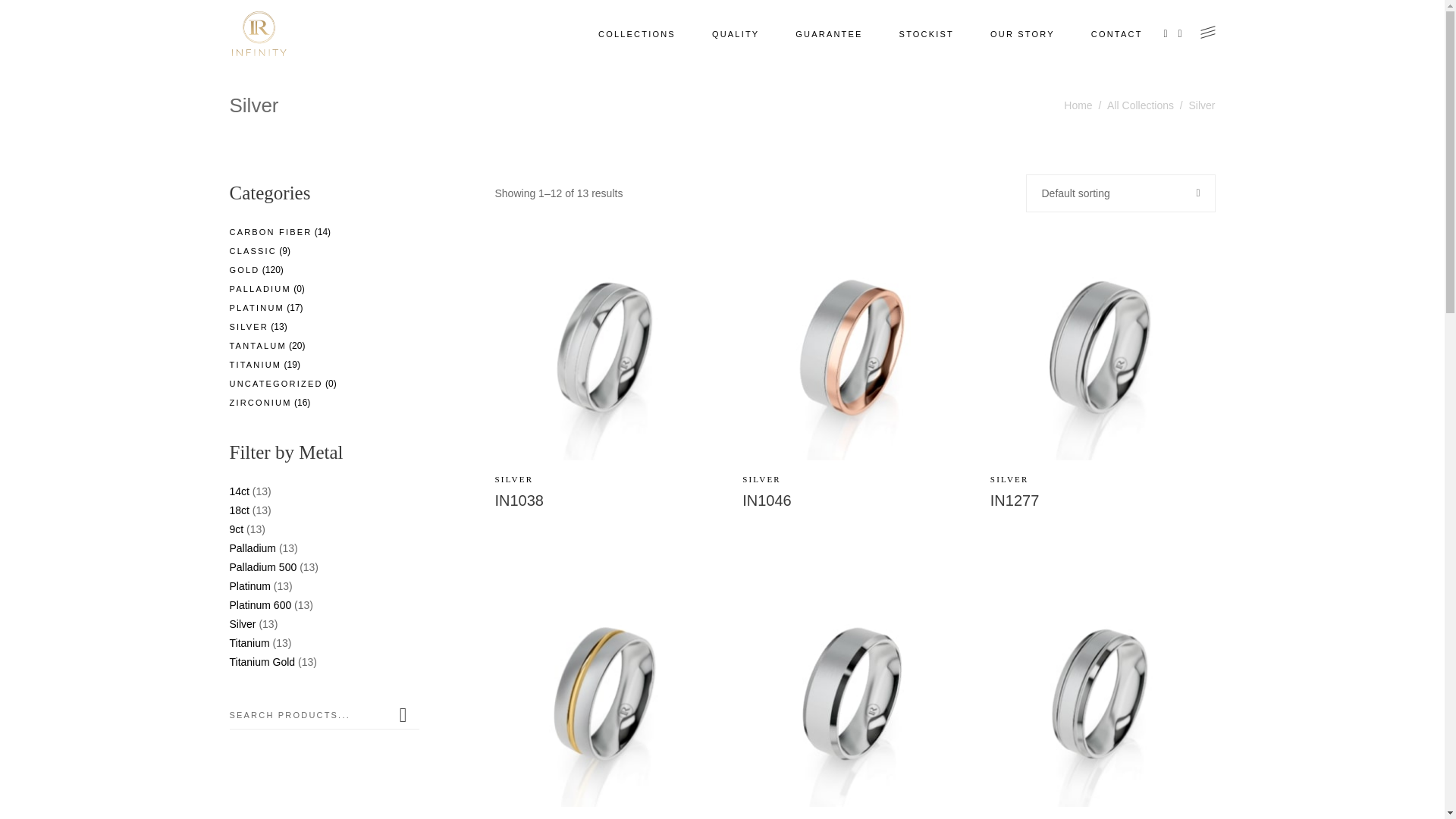 The height and width of the screenshot is (819, 1456). I want to click on 'Search for:', so click(309, 714).